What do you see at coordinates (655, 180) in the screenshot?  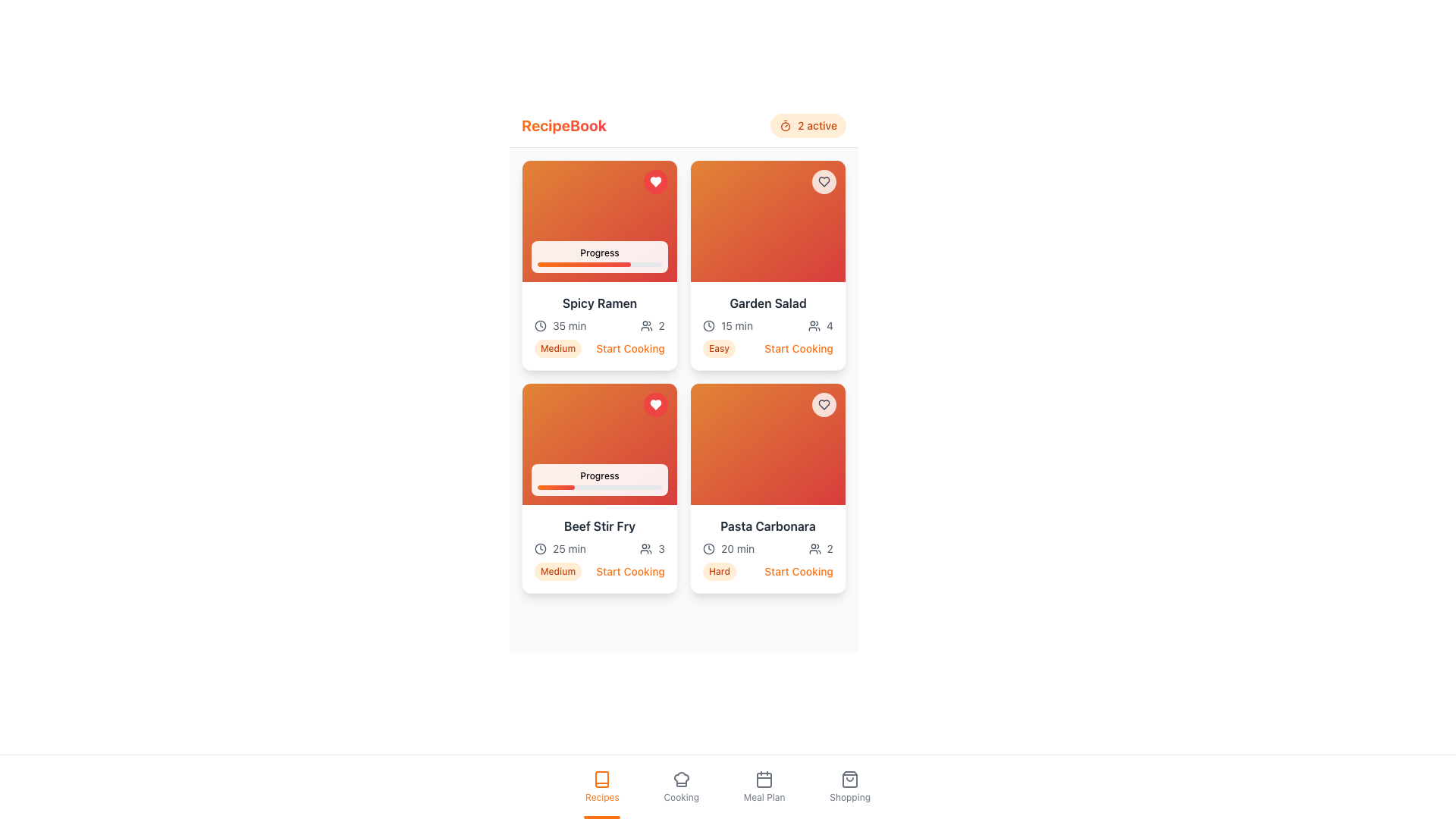 I see `the heart icon in the top-right corner of the 'Spicy Ramen' card` at bounding box center [655, 180].